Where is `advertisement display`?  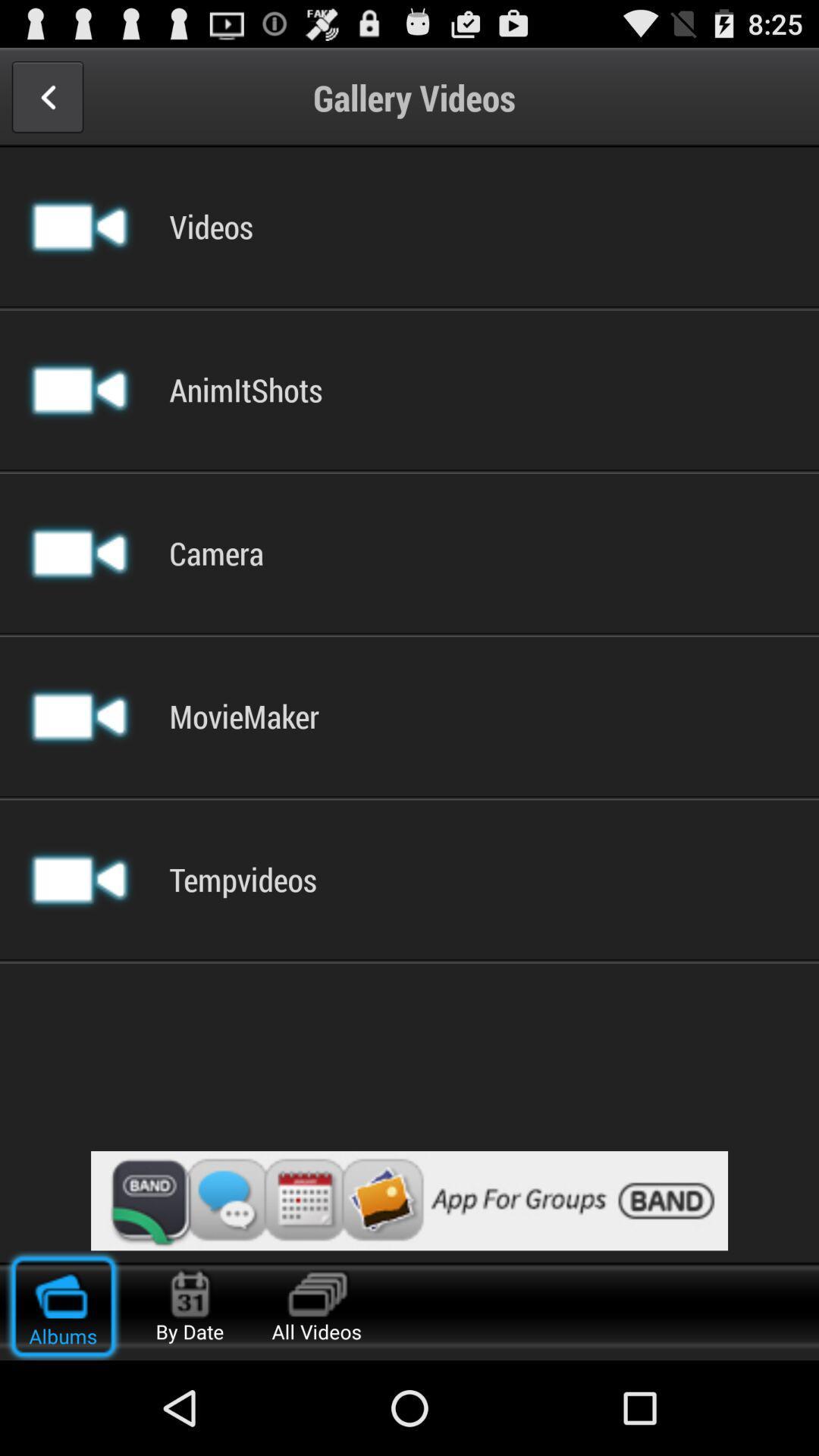
advertisement display is located at coordinates (409, 1200).